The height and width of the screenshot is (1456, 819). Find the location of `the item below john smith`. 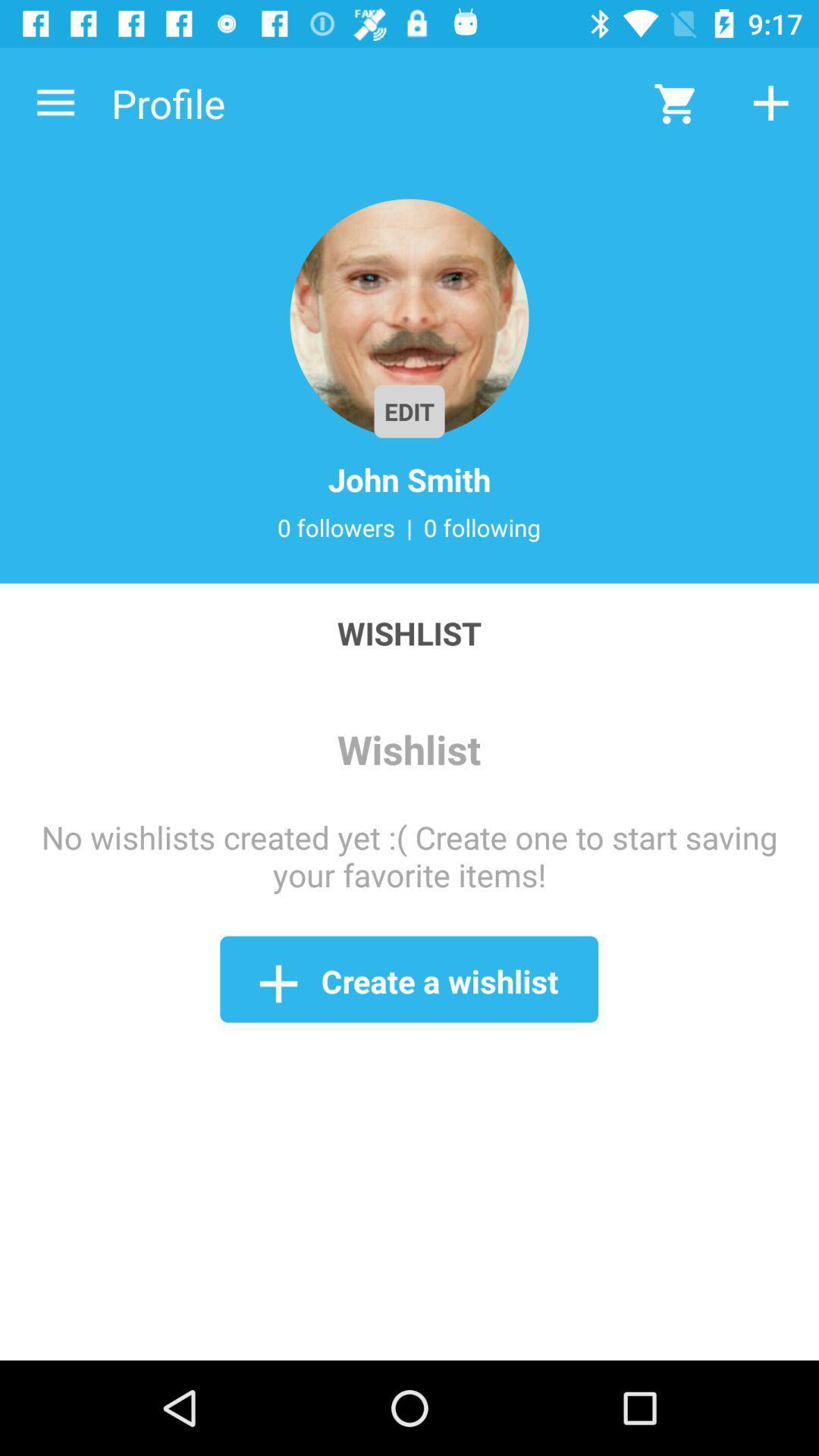

the item below john smith is located at coordinates (335, 527).